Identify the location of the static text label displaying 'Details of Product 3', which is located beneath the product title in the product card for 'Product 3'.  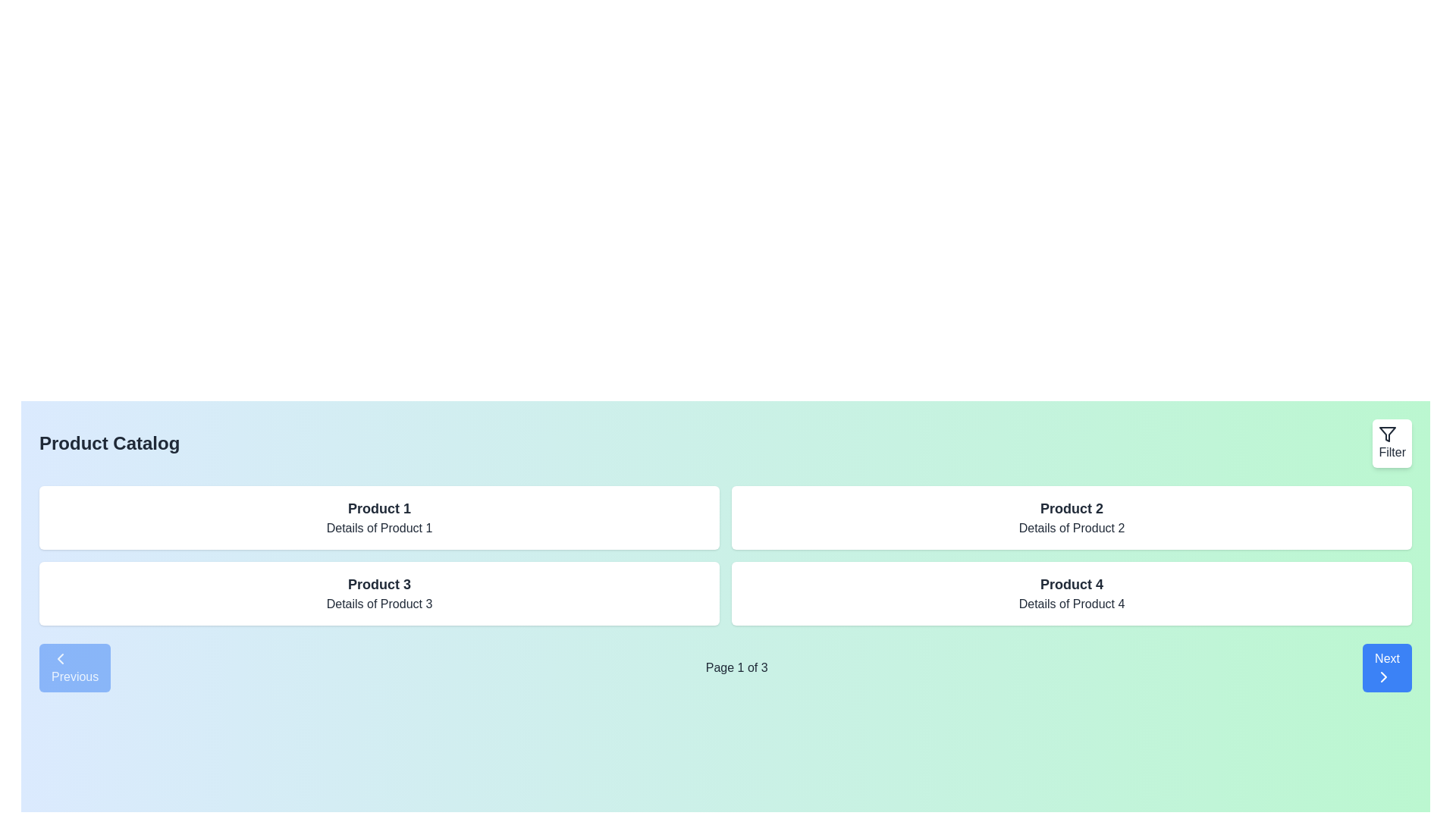
(379, 604).